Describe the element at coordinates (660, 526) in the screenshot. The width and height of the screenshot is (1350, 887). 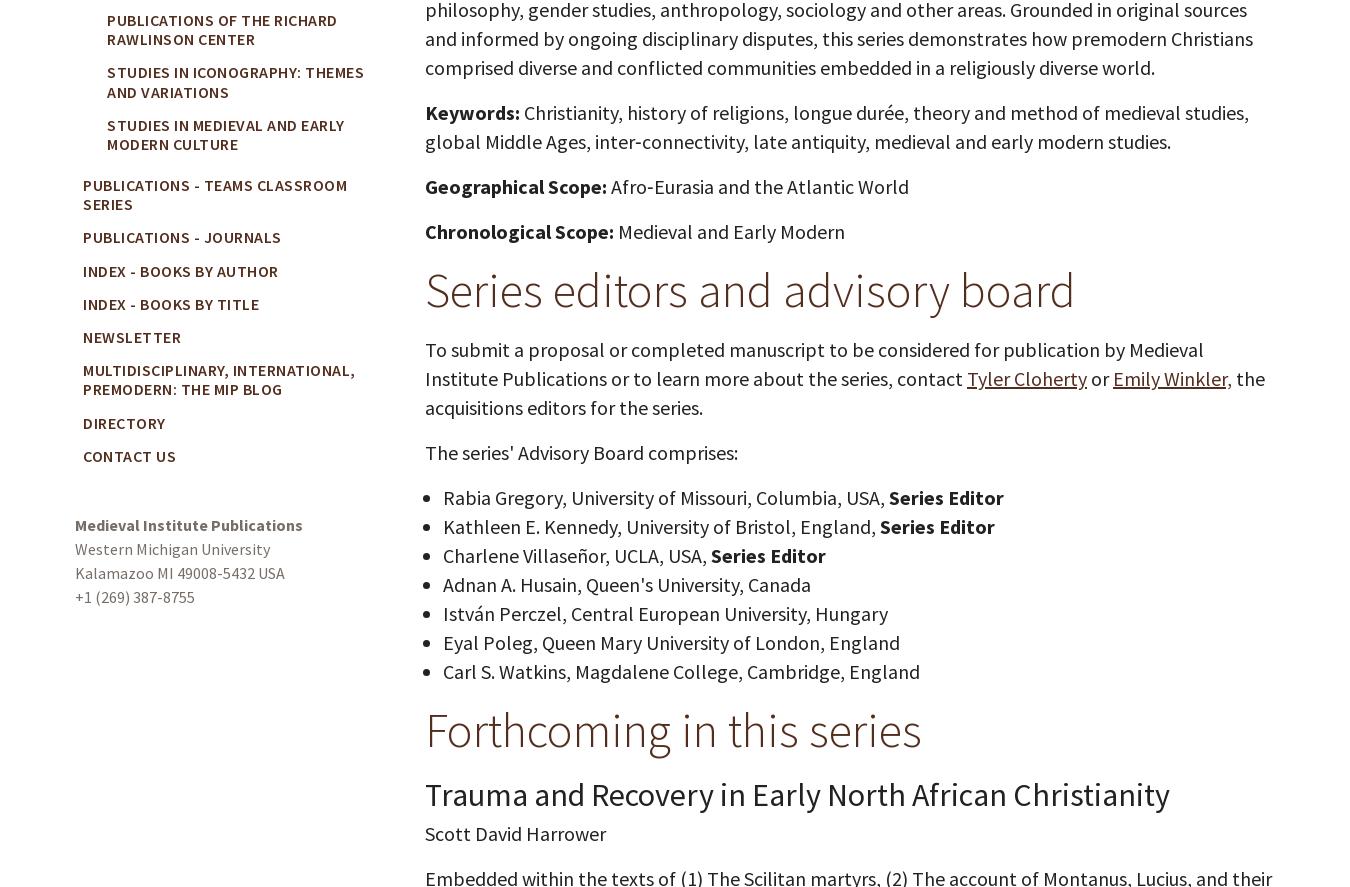
I see `'Kathleen E. Kennedy, University of Bristol, England,'` at that location.